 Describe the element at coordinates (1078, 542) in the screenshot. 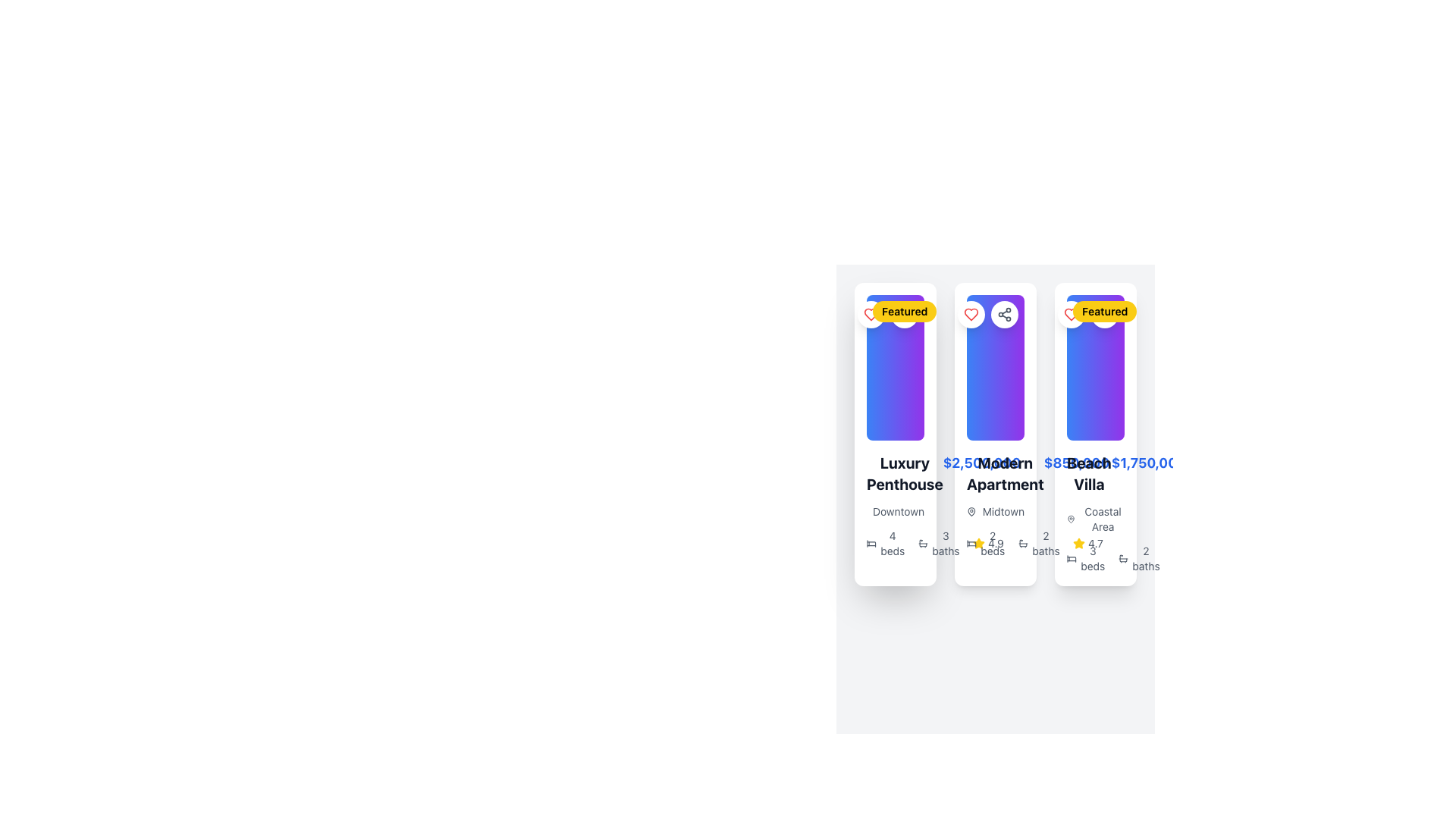

I see `the prominent yellow star icon representing a rating for the 'Beach Villa' property` at that location.